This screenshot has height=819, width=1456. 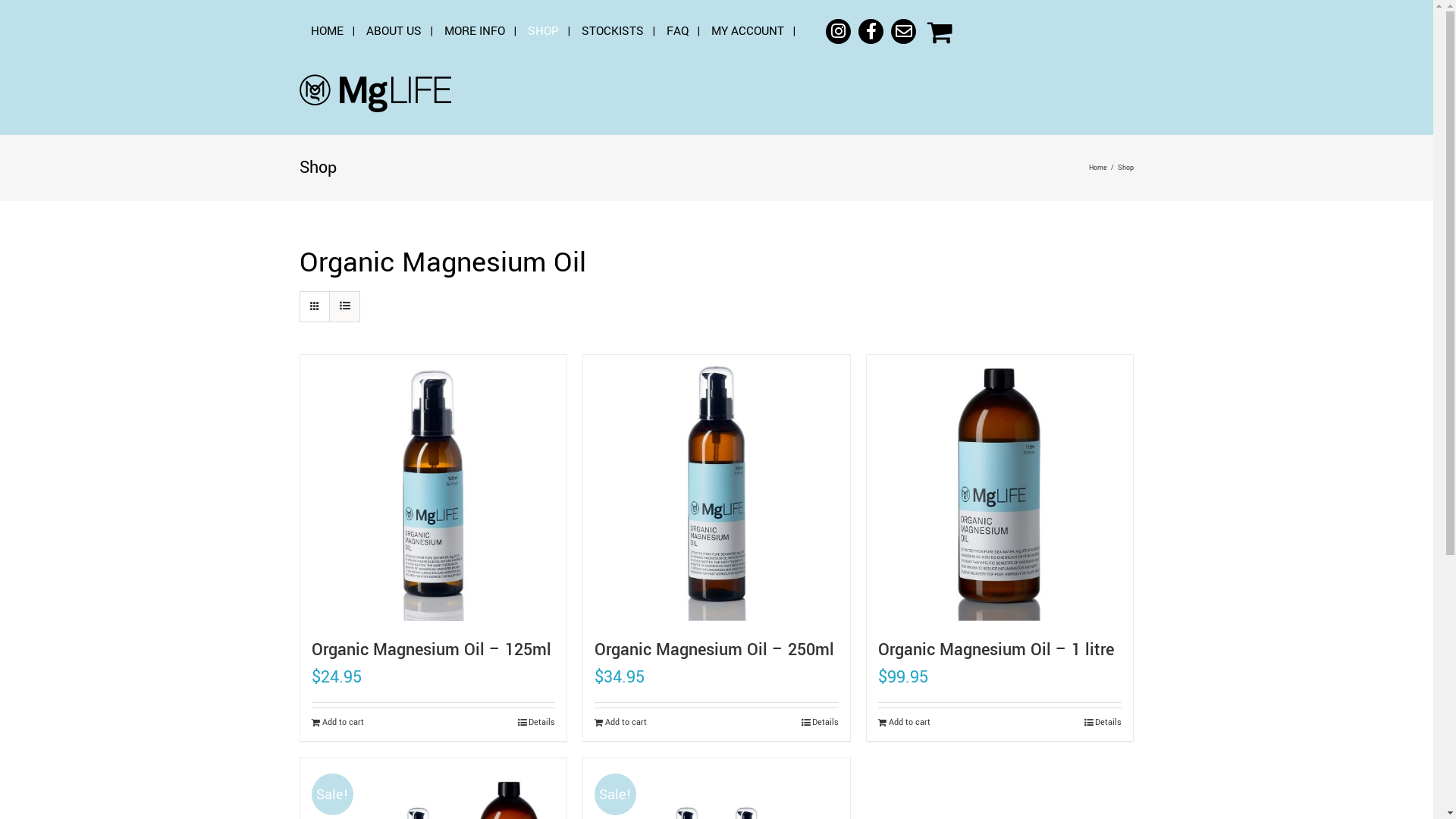 I want to click on 'HOME', so click(x=326, y=31).